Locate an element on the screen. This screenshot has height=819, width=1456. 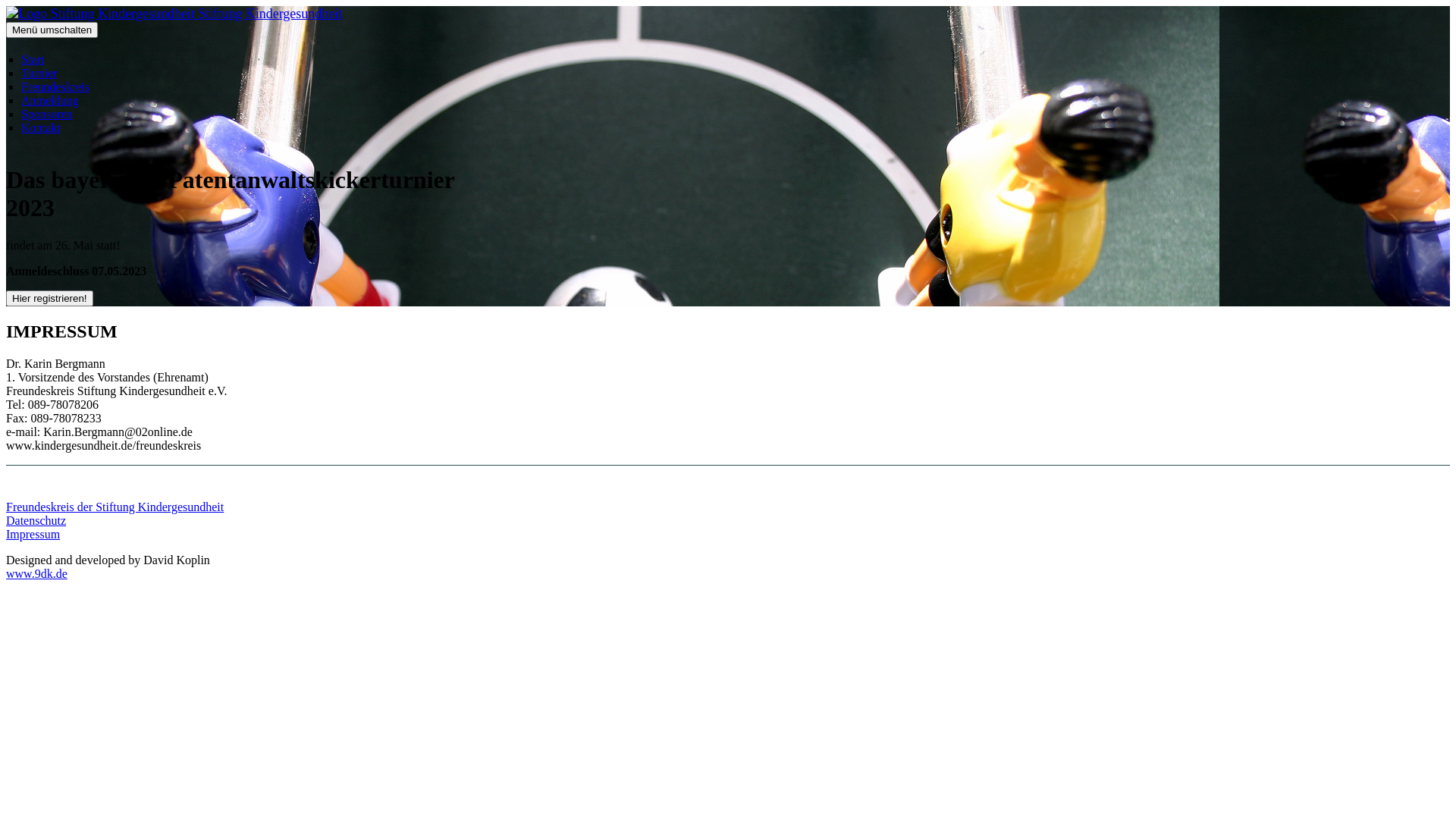
'www.9dk.de' is located at coordinates (36, 573).